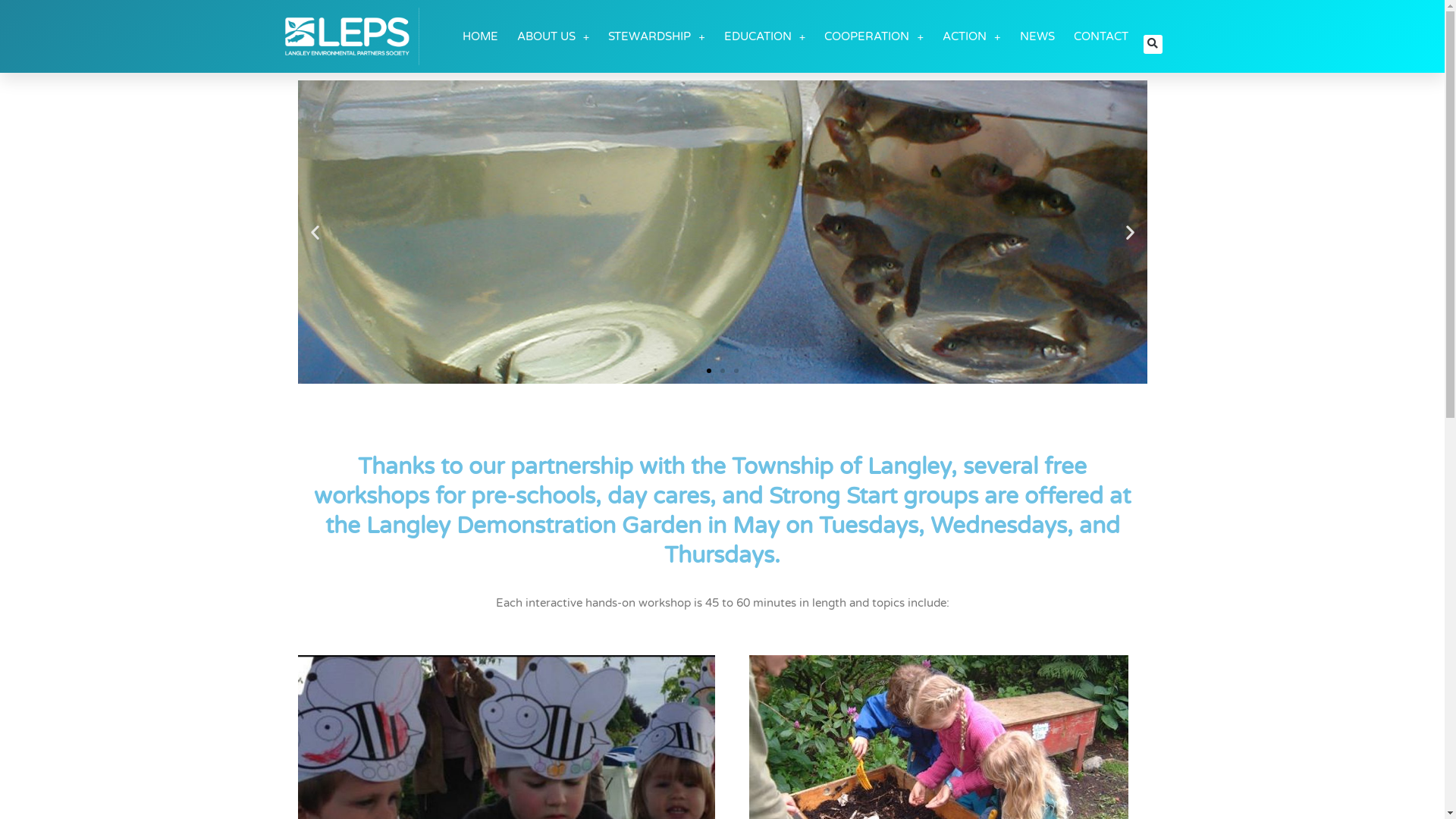 The height and width of the screenshot is (819, 1456). What do you see at coordinates (516, 35) in the screenshot?
I see `'ABOUT US'` at bounding box center [516, 35].